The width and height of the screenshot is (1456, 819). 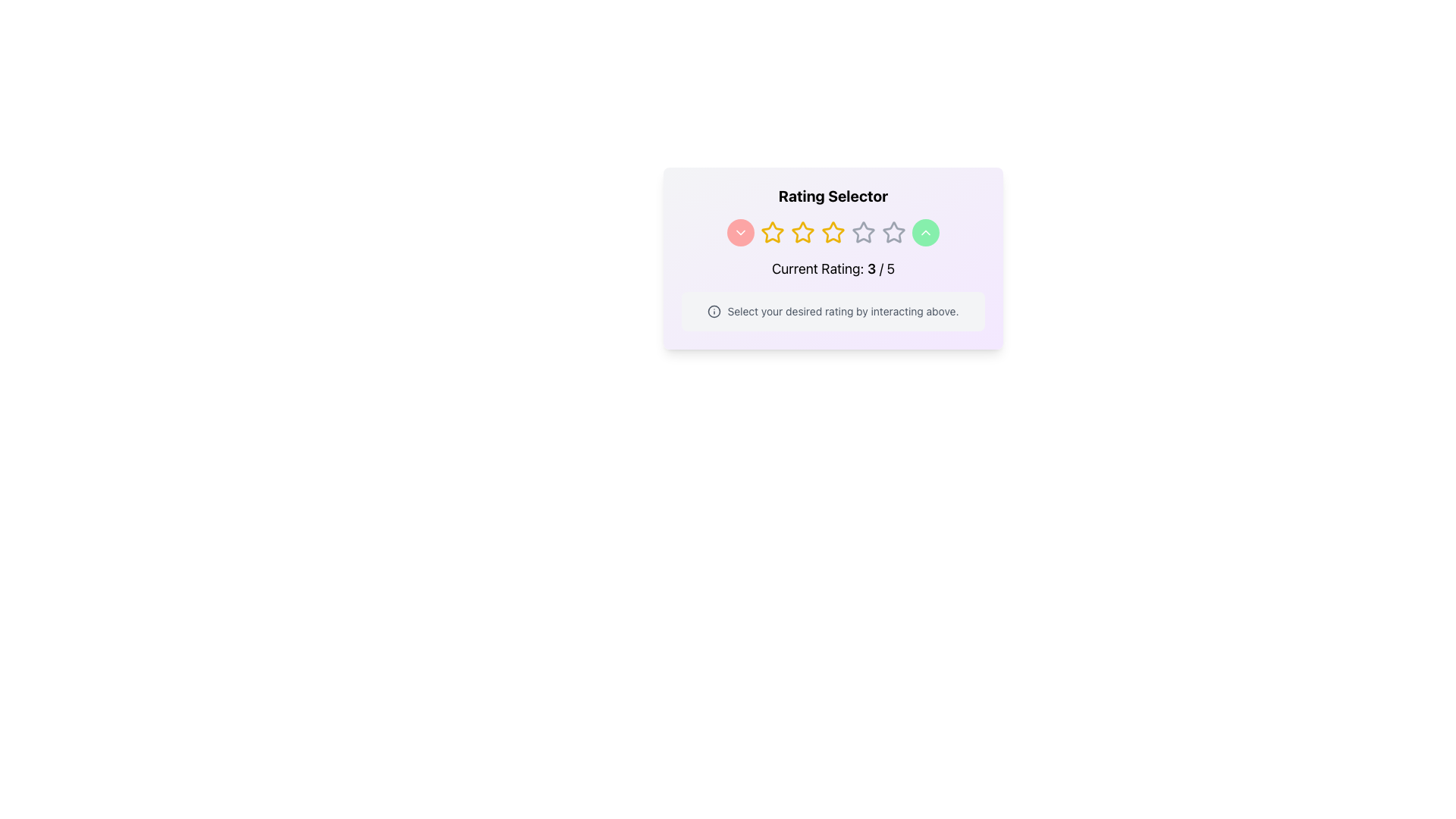 I want to click on the third star icon in the rating component, so click(x=863, y=232).